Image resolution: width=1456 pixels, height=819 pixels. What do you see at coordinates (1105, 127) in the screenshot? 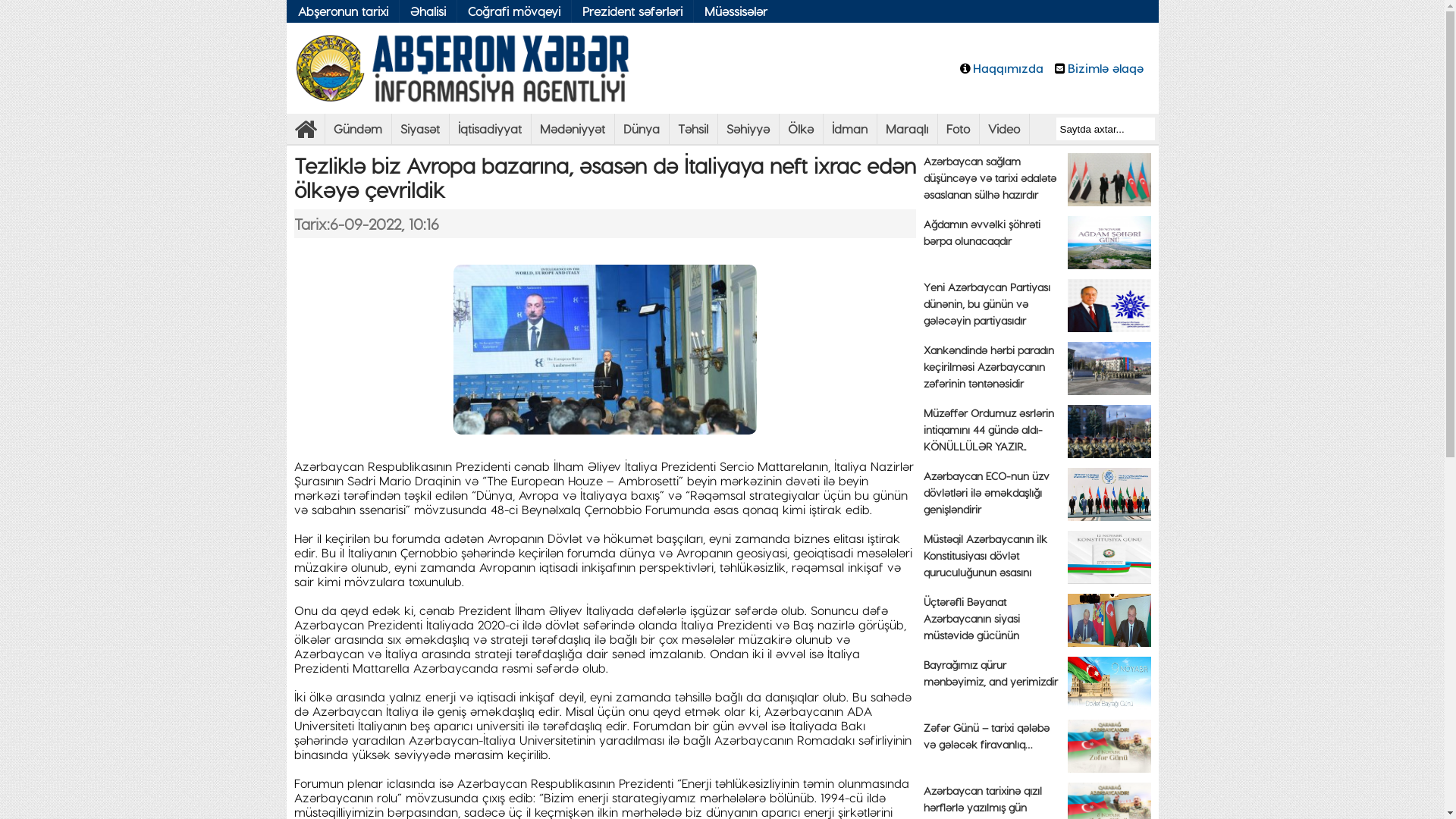
I see `'Saytda axtar...'` at bounding box center [1105, 127].